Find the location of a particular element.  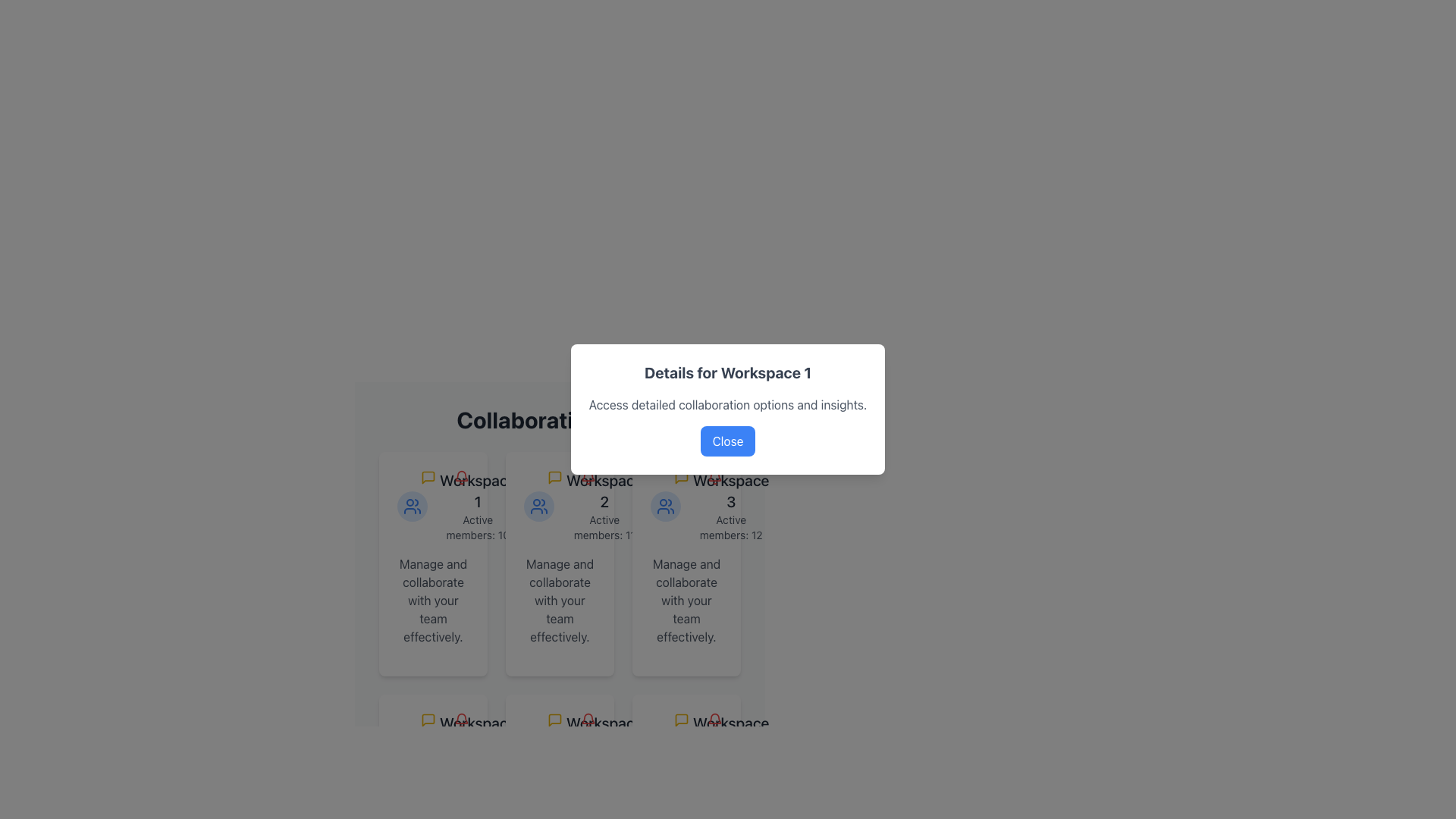

the yellow dialog bubble icon in the top-right corner of the 'Workspace 3' card is located at coordinates (698, 476).